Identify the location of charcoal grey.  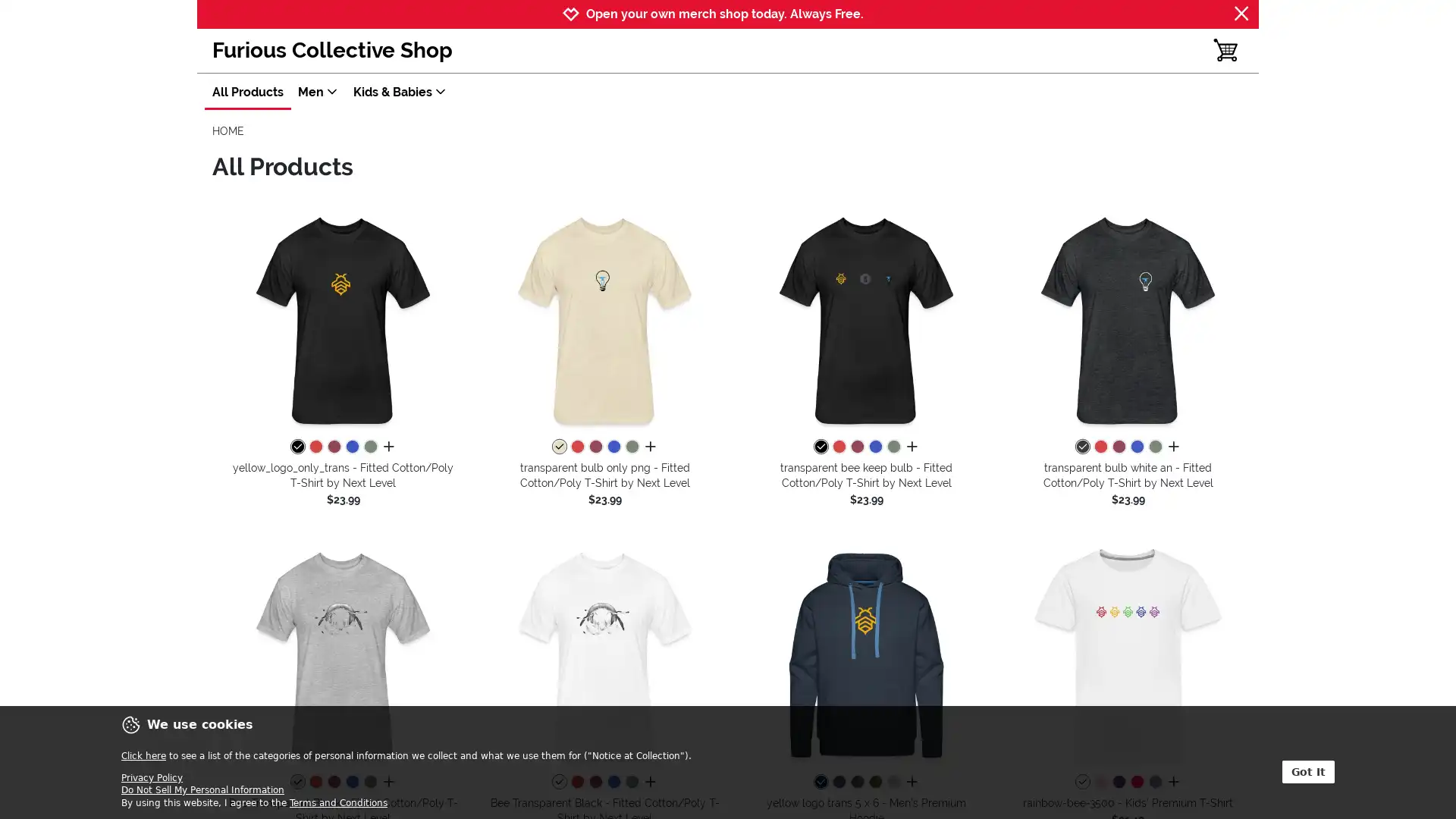
(856, 783).